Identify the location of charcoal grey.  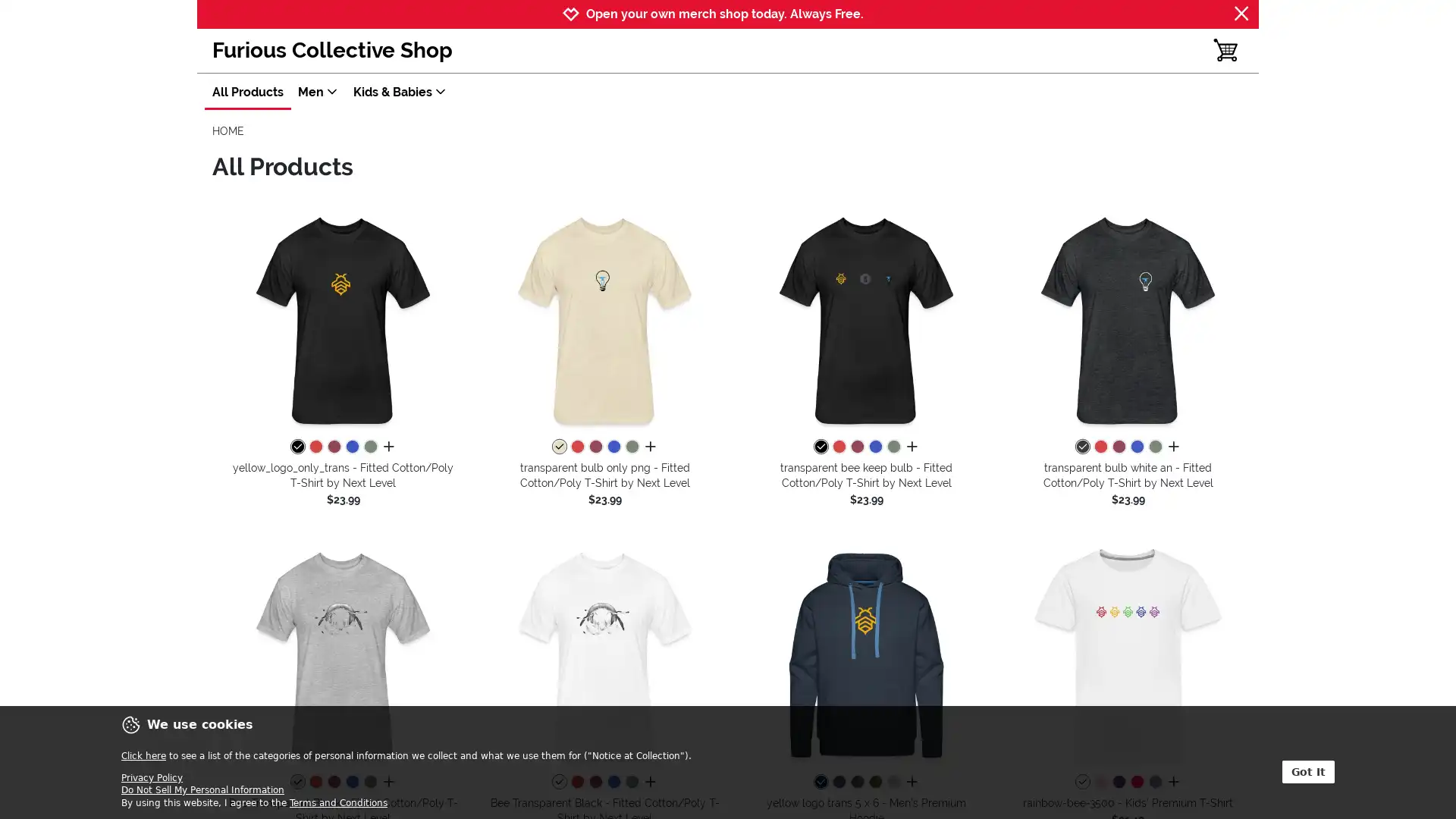
(856, 783).